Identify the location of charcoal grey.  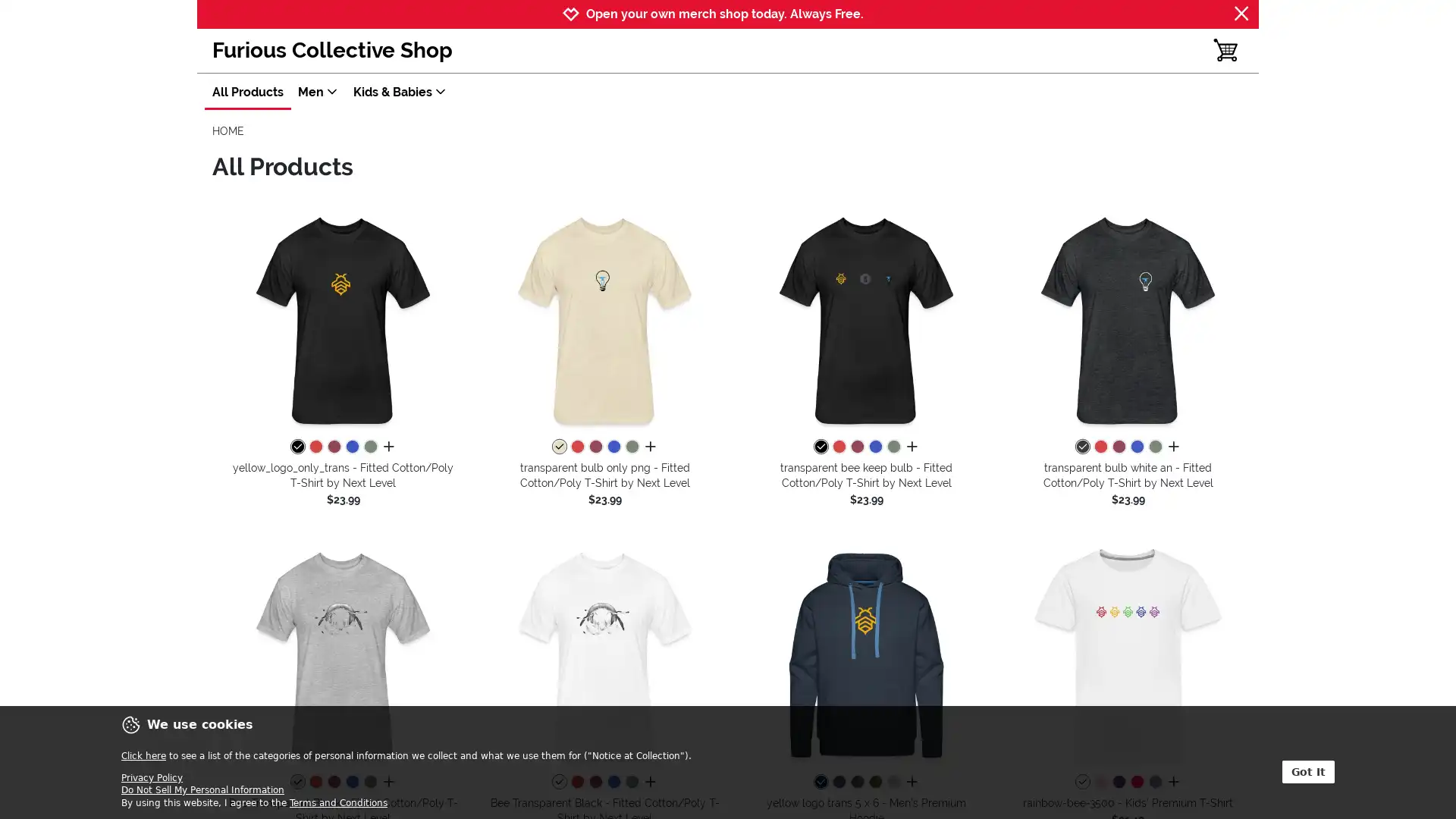
(856, 783).